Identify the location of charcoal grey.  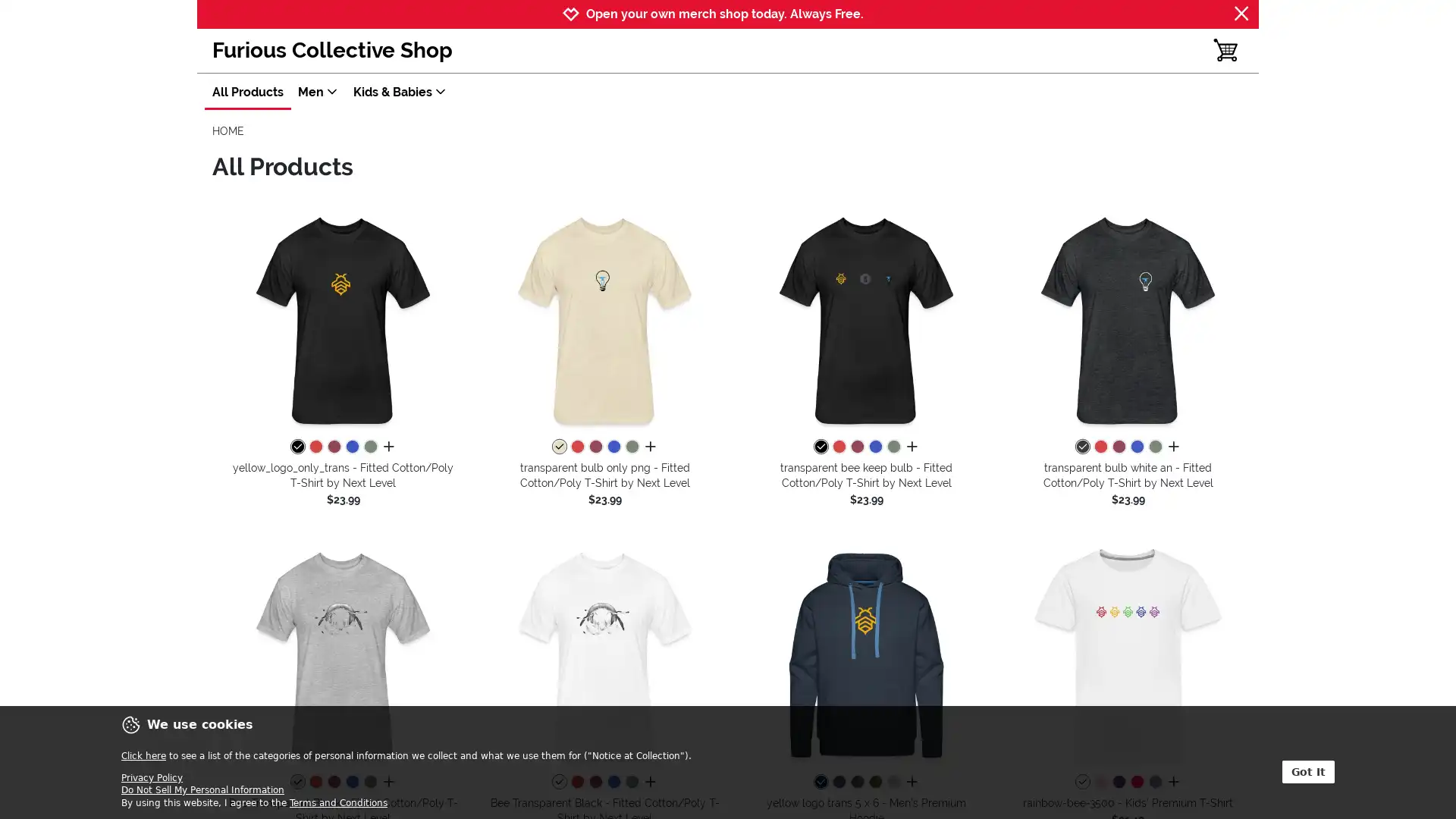
(856, 783).